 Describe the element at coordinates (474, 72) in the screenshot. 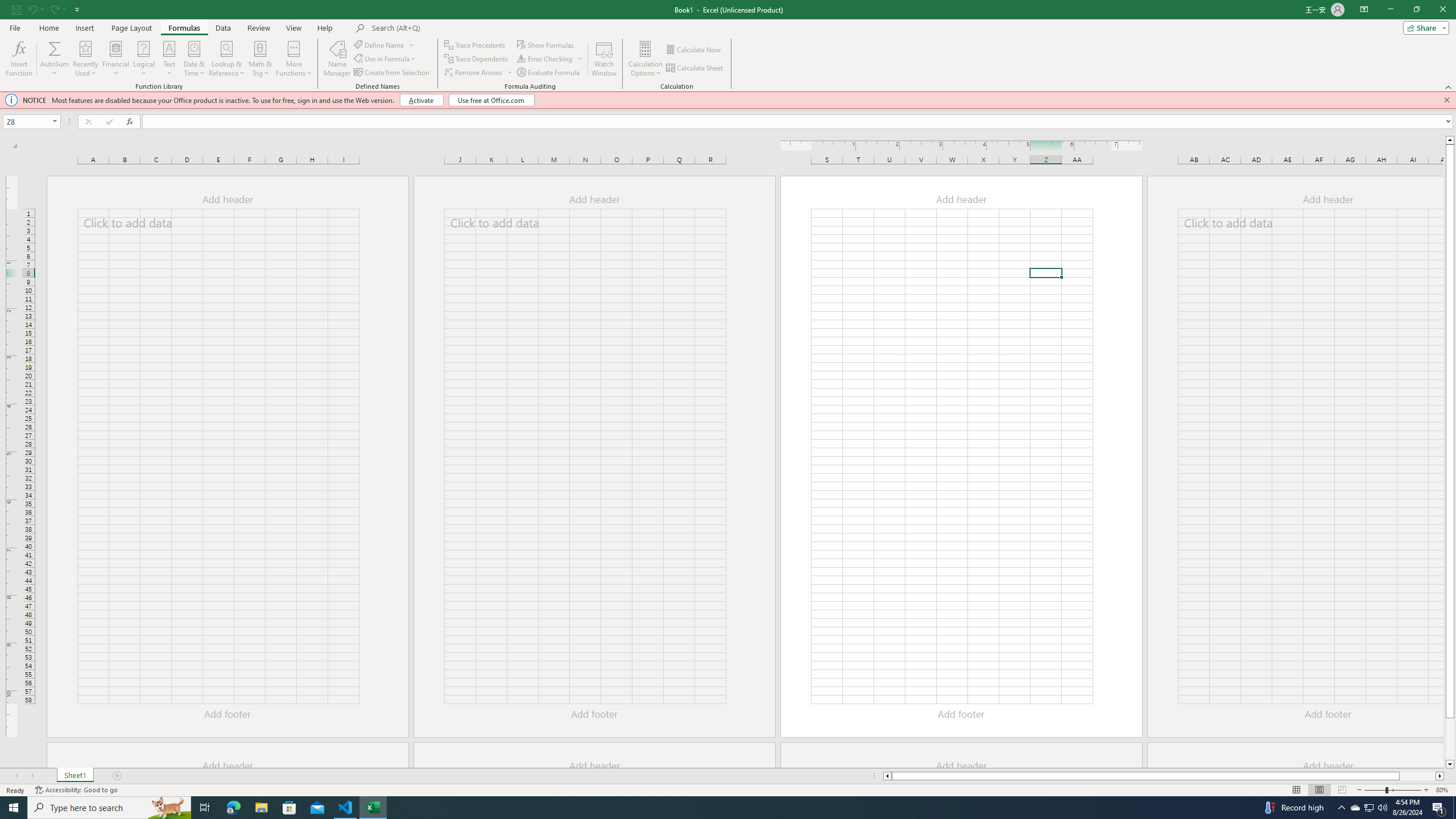

I see `'Remove Arrows'` at that location.